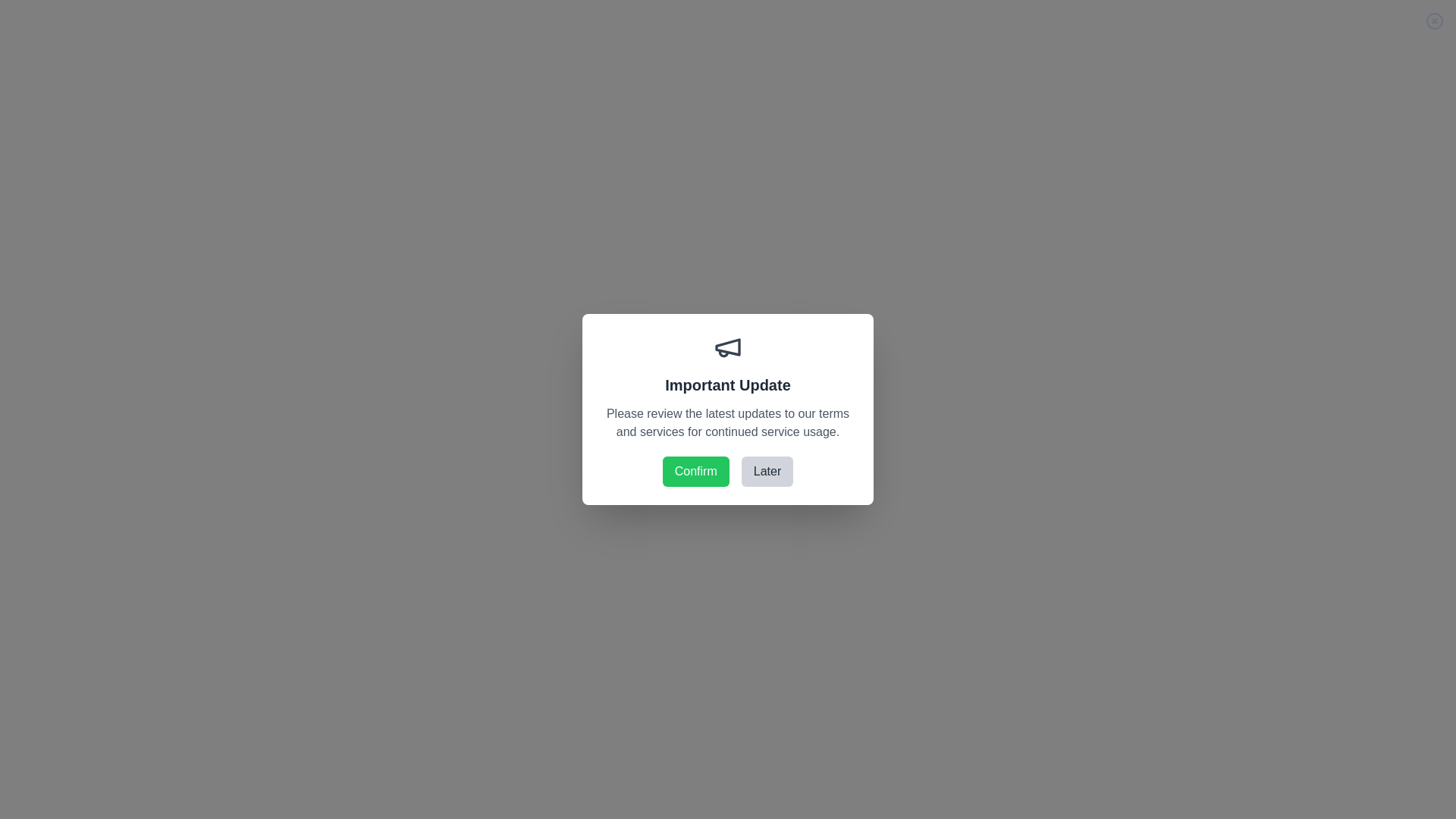 The image size is (1456, 819). Describe the element at coordinates (767, 470) in the screenshot. I see `the 'Later' button to dismiss the dialog` at that location.